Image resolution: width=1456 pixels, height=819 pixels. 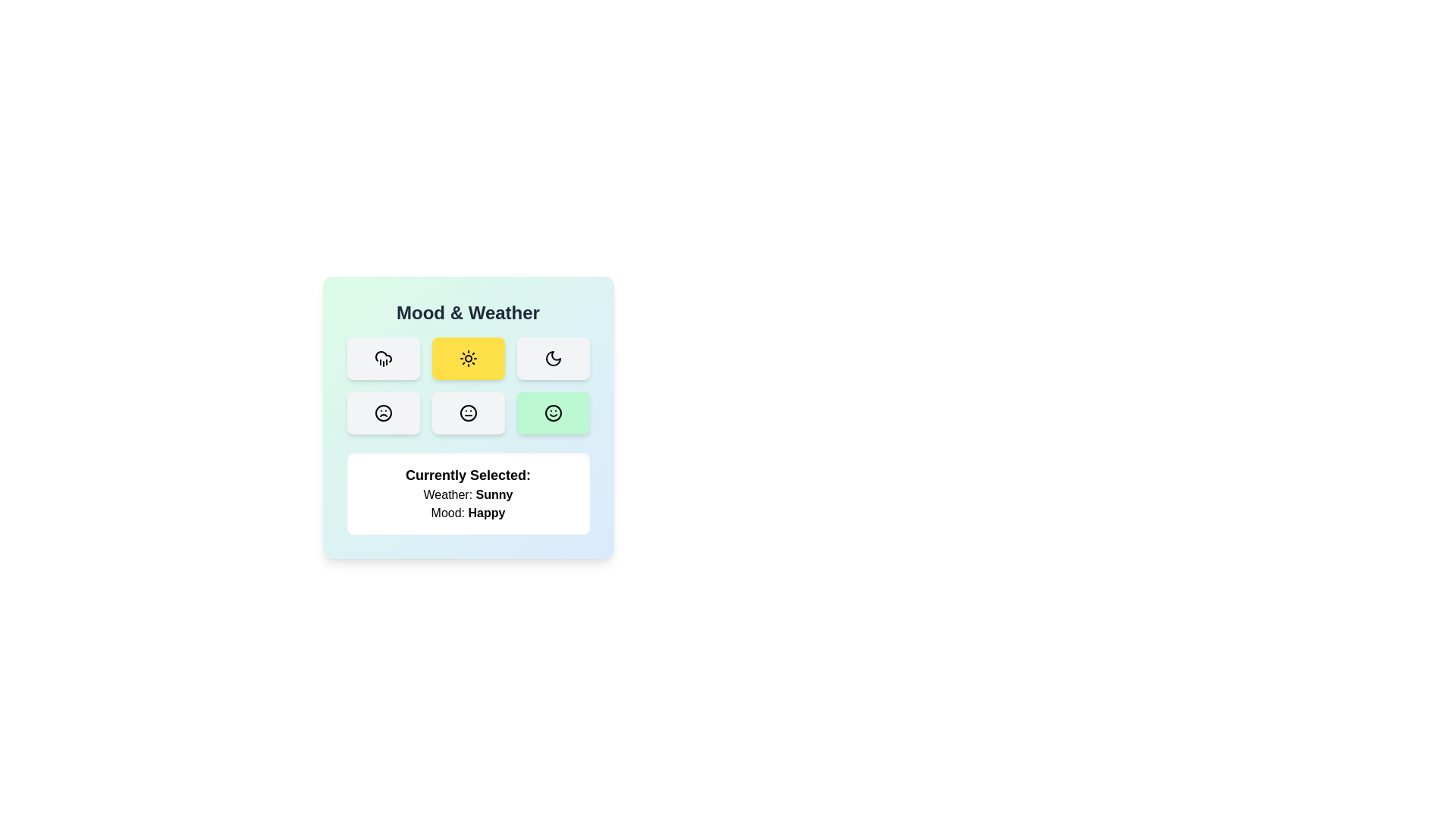 I want to click on the 'Rainy Weather' icon in the Mood & Weather selection grid, so click(x=383, y=359).